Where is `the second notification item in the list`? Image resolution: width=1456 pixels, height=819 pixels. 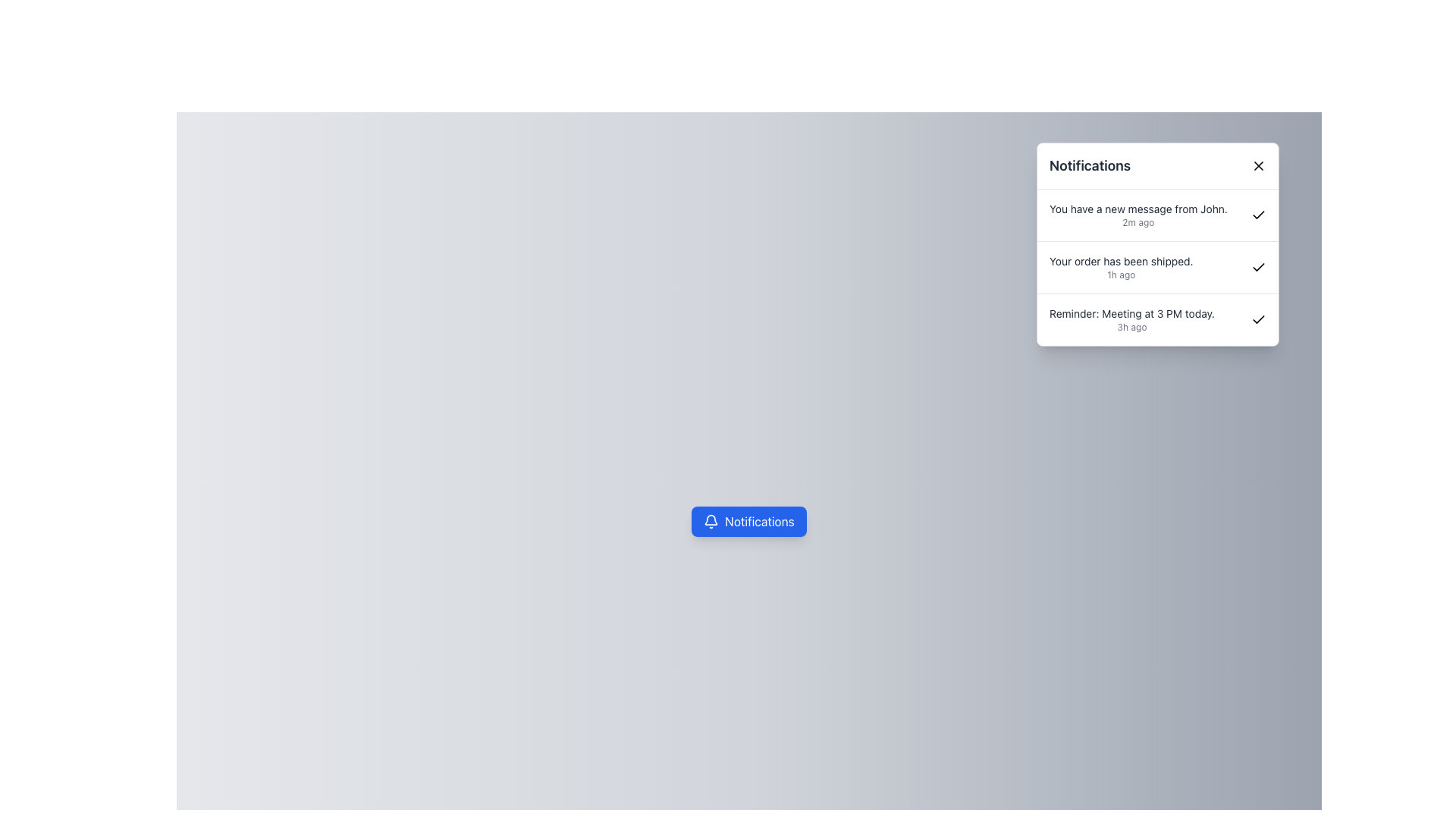
the second notification item in the list is located at coordinates (1156, 265).